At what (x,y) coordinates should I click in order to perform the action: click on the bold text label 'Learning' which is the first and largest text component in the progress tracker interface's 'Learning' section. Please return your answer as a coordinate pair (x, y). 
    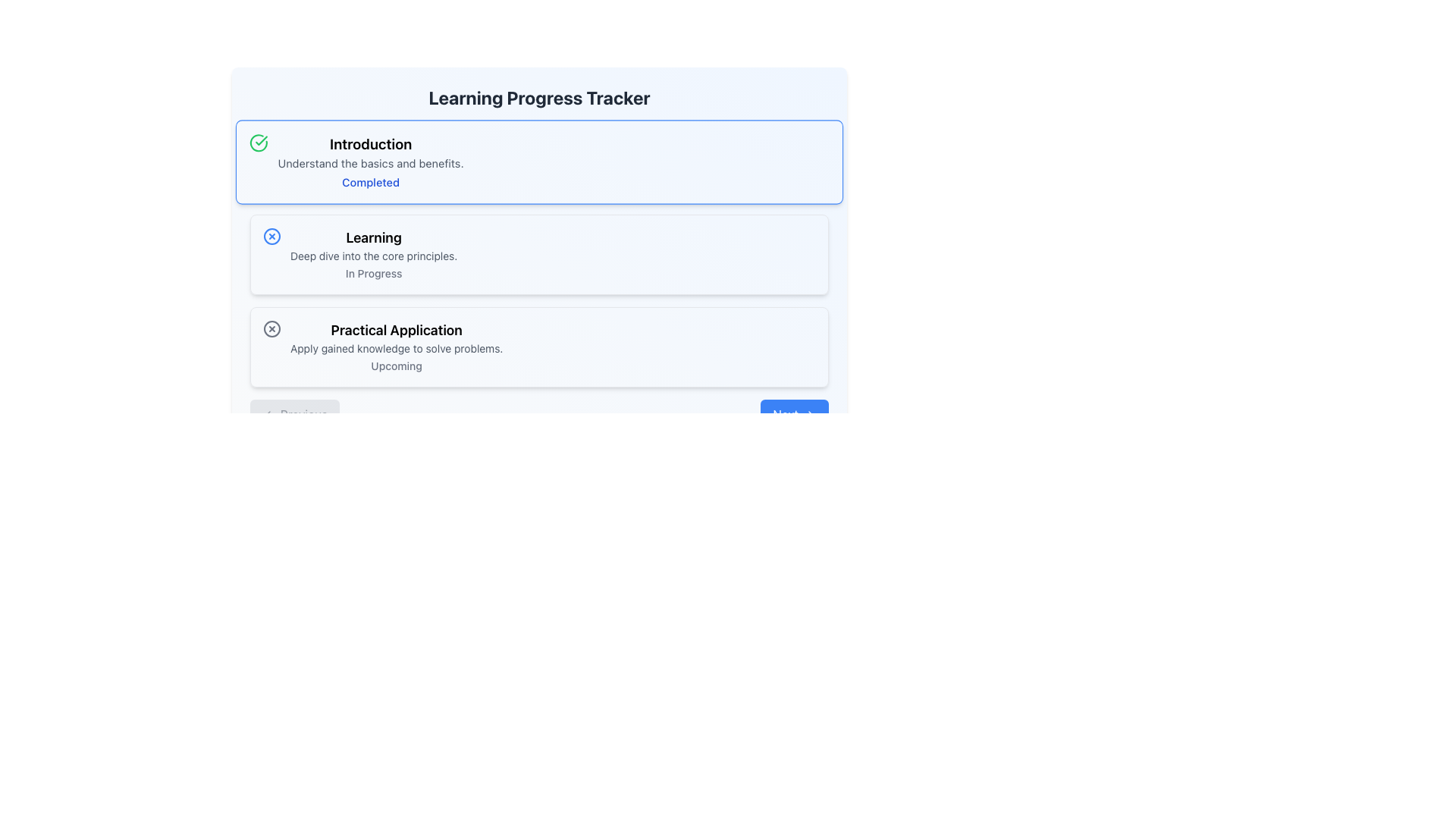
    Looking at the image, I should click on (374, 237).